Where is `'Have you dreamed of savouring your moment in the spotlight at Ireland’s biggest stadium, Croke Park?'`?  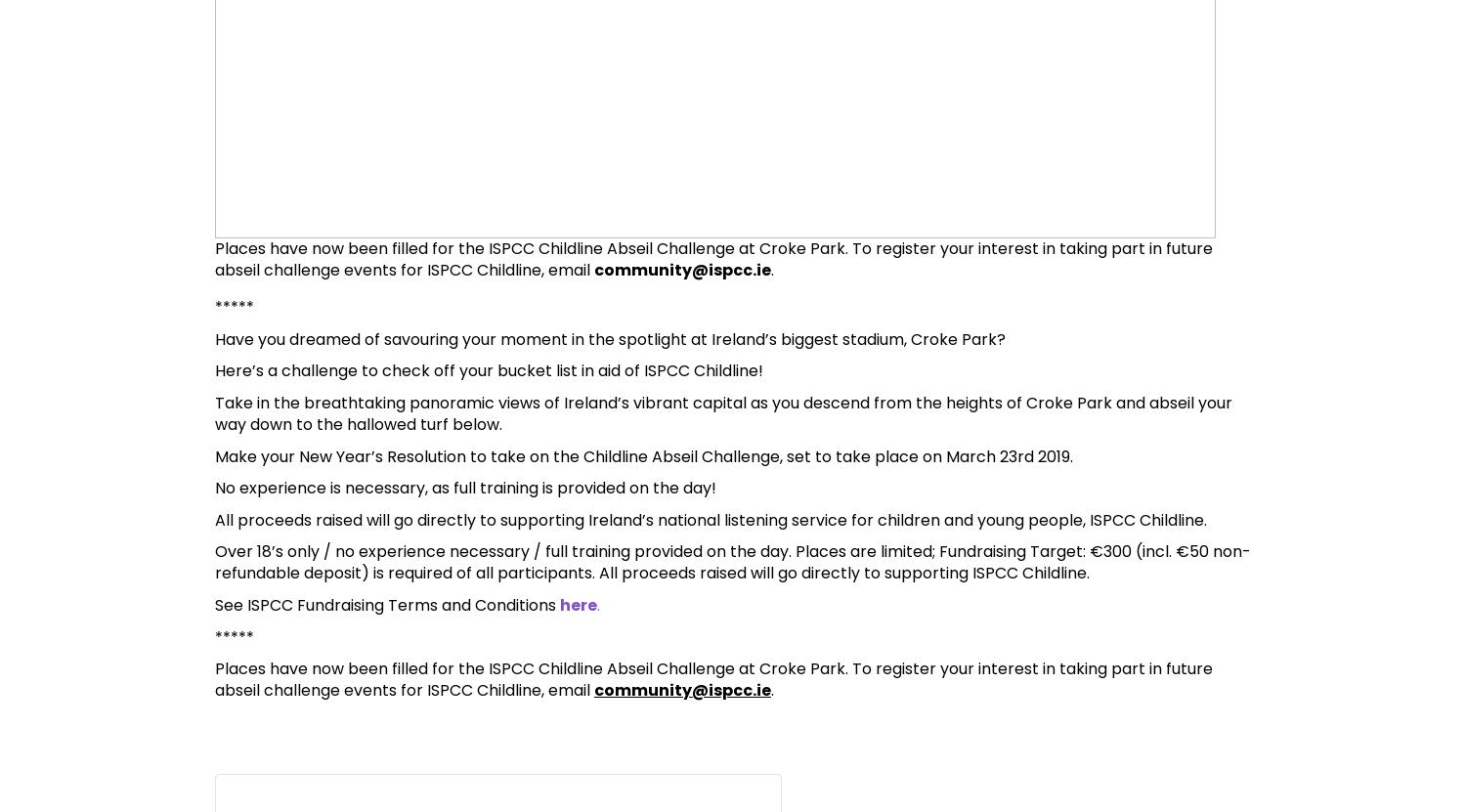
'Have you dreamed of savouring your moment in the spotlight at Ireland’s biggest stadium, Croke Park?' is located at coordinates (609, 337).